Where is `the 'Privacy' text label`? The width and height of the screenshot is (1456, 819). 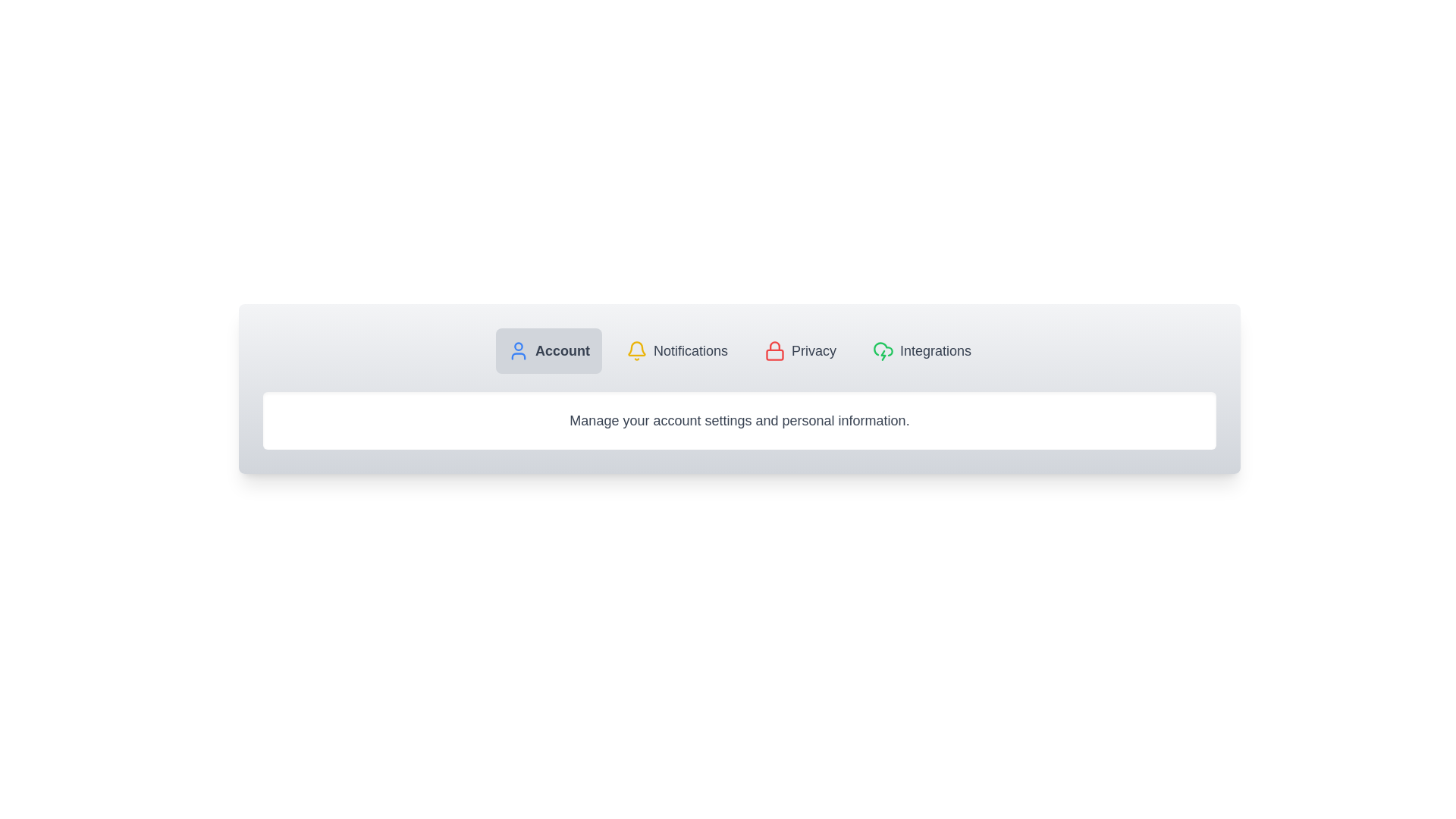 the 'Privacy' text label is located at coordinates (813, 350).